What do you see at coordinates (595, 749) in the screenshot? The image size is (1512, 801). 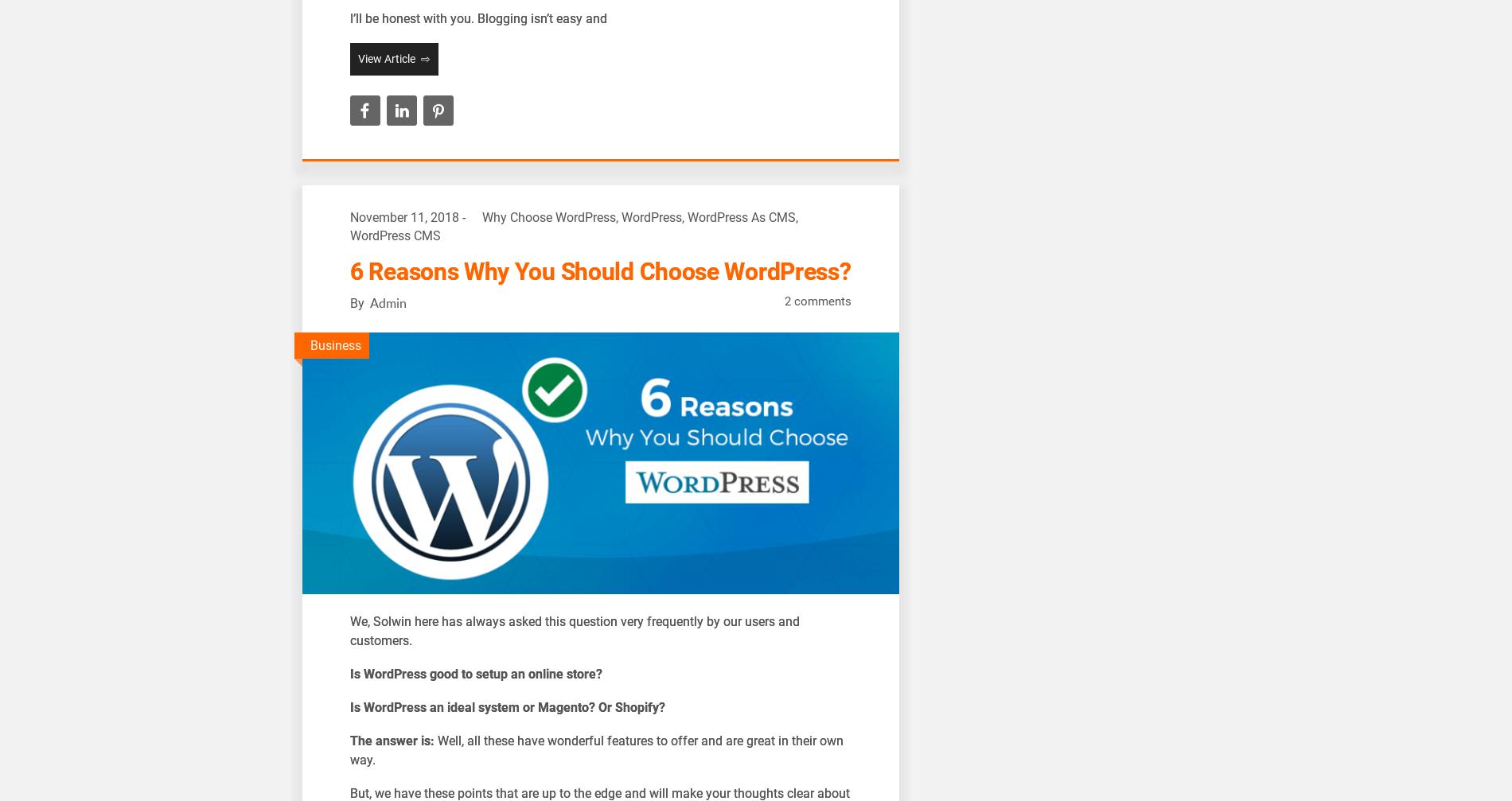 I see `'Well, all these have wonderful features to offer and are great in their own way.'` at bounding box center [595, 749].